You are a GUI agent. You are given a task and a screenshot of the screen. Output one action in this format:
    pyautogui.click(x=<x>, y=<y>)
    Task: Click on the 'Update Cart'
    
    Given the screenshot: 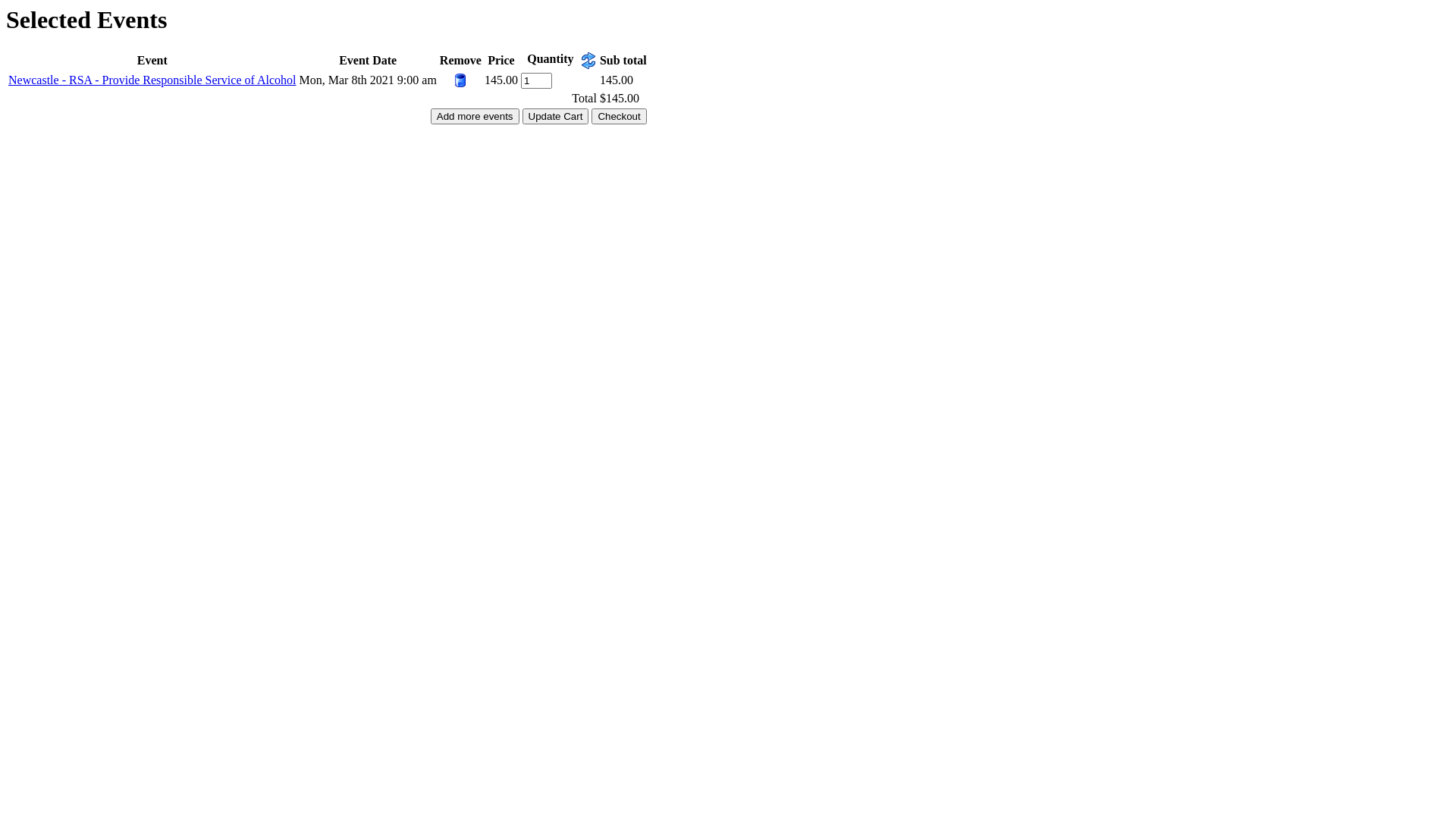 What is the action you would take?
    pyautogui.click(x=555, y=115)
    